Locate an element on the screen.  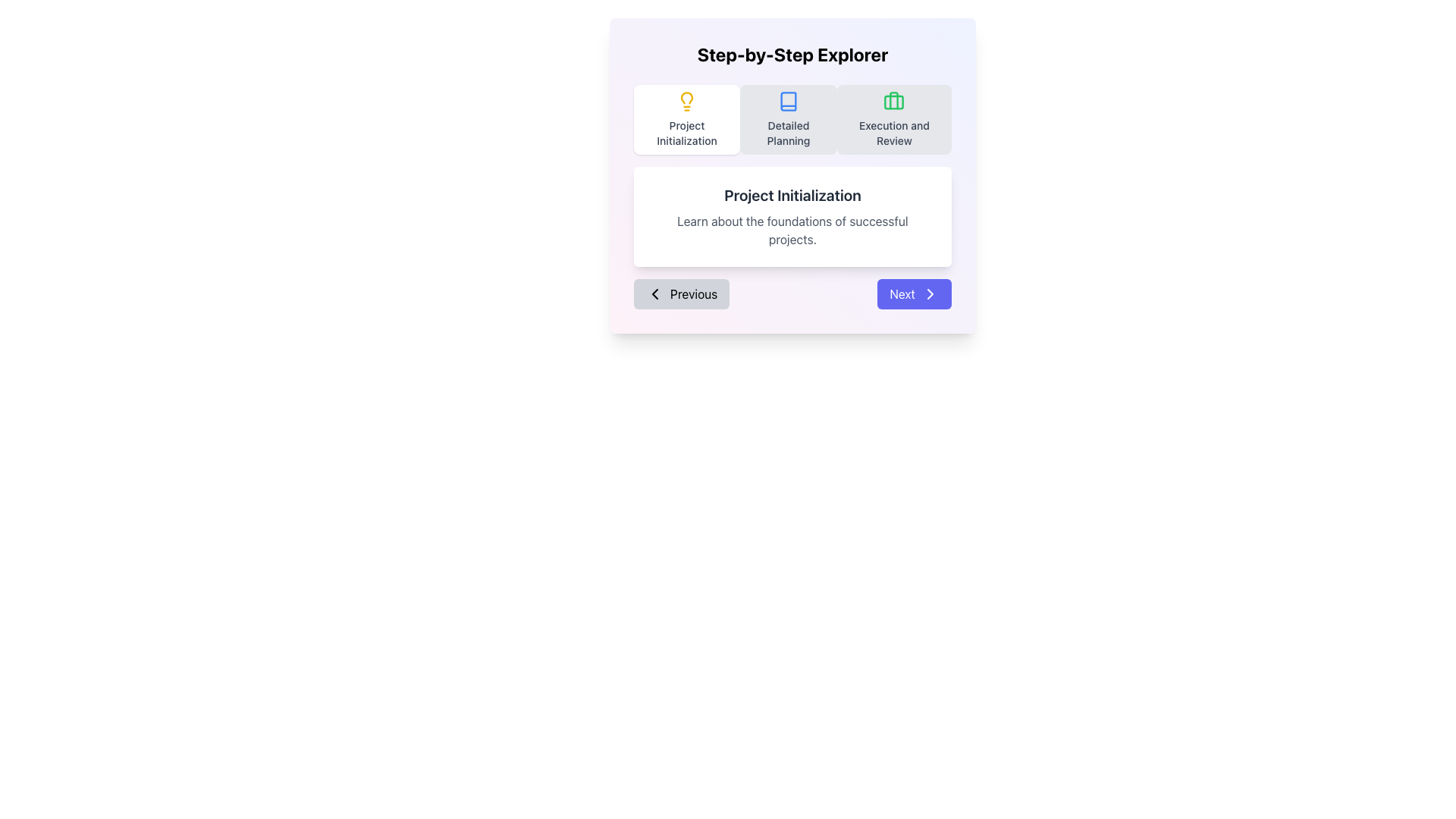
the blue book icon located within the second button of the segmented control labeled 'Detailed Planning' is located at coordinates (789, 102).